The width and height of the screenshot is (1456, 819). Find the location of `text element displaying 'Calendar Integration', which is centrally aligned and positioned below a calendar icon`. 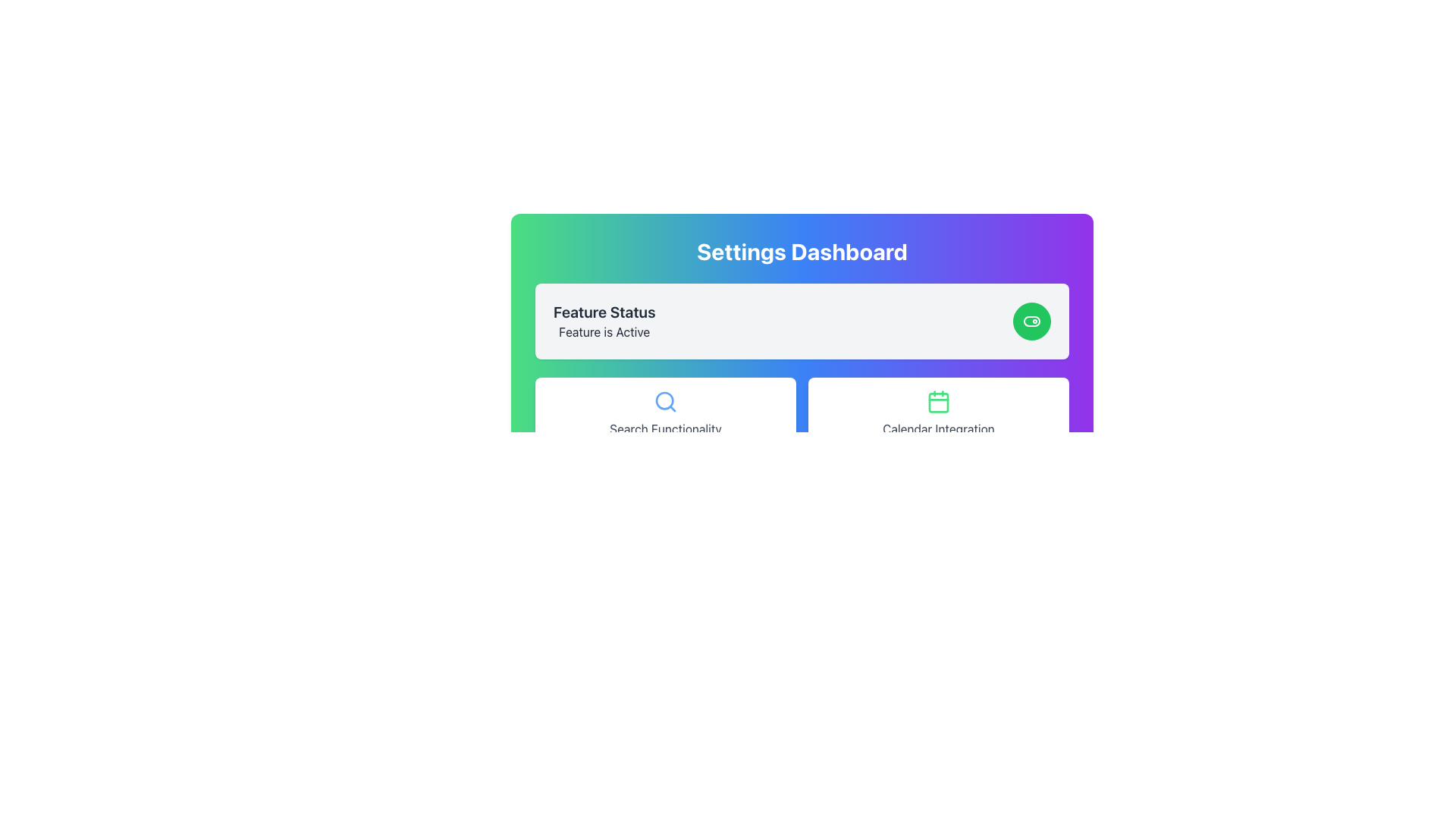

text element displaying 'Calendar Integration', which is centrally aligned and positioned below a calendar icon is located at coordinates (938, 429).